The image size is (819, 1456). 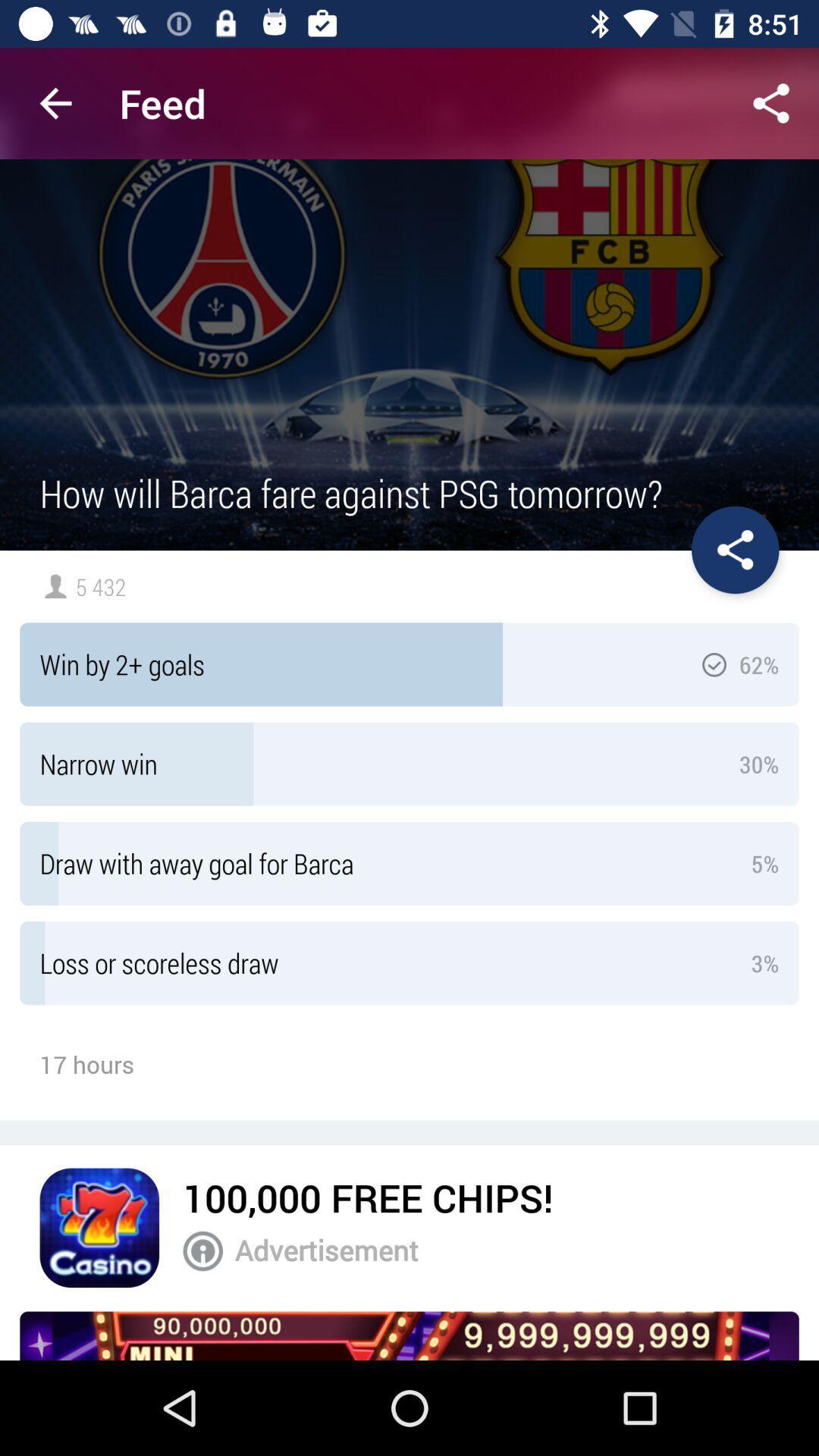 What do you see at coordinates (771, 102) in the screenshot?
I see `share opinion button` at bounding box center [771, 102].